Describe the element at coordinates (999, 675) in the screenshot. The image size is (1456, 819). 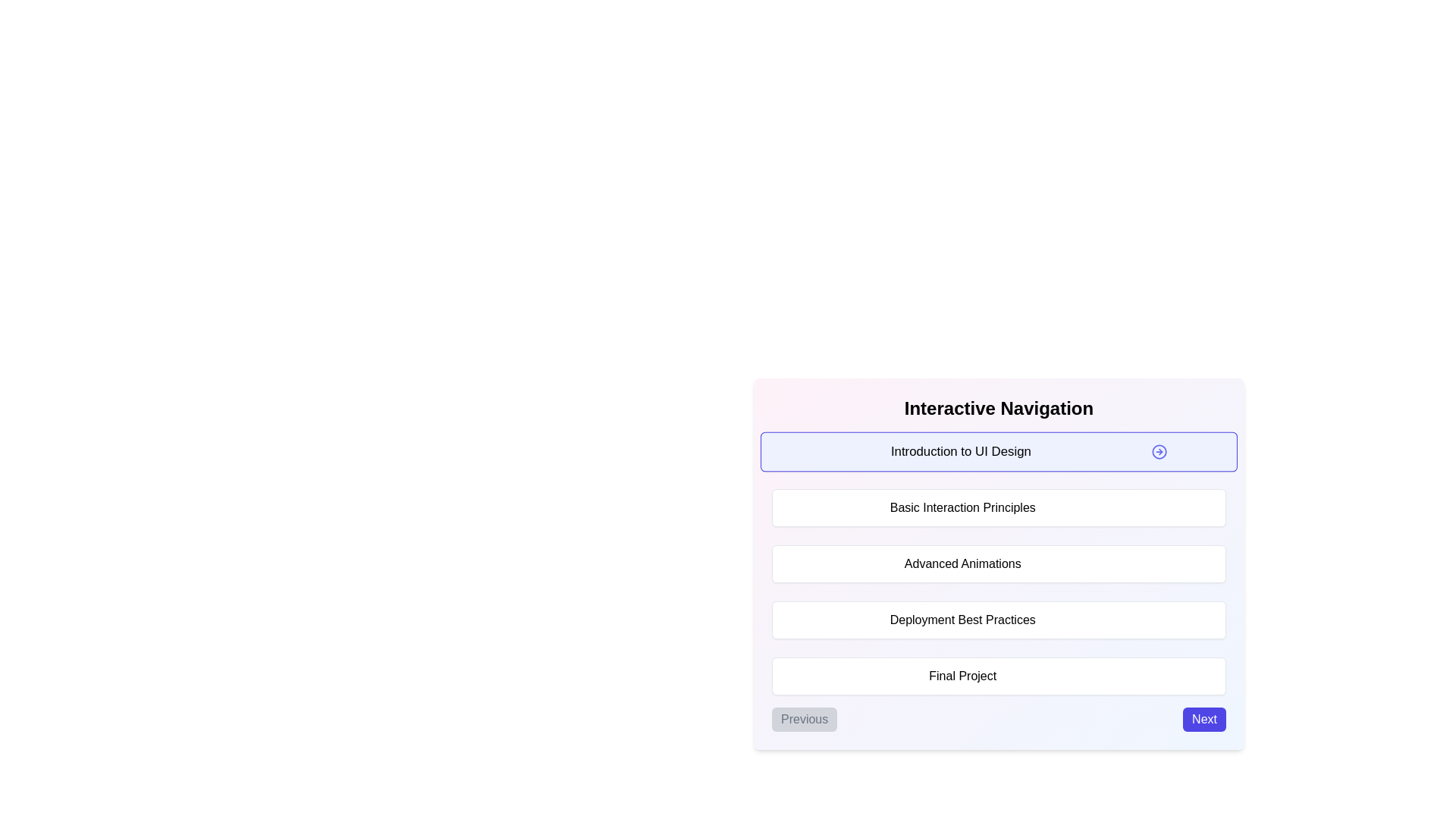
I see `the step labeled Final Project to navigate to it` at that location.